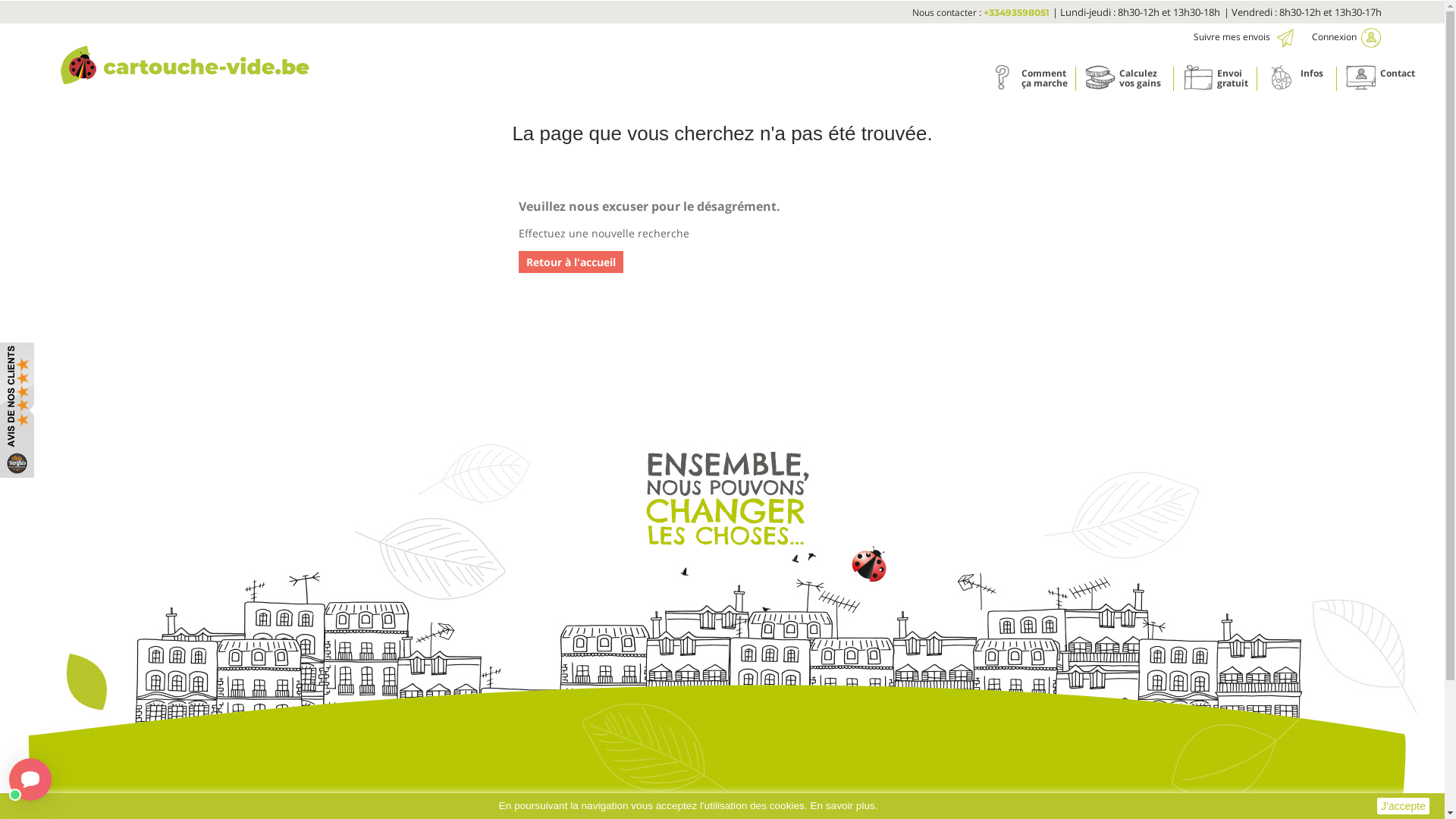  I want to click on 'En savoir plus.', so click(843, 805).